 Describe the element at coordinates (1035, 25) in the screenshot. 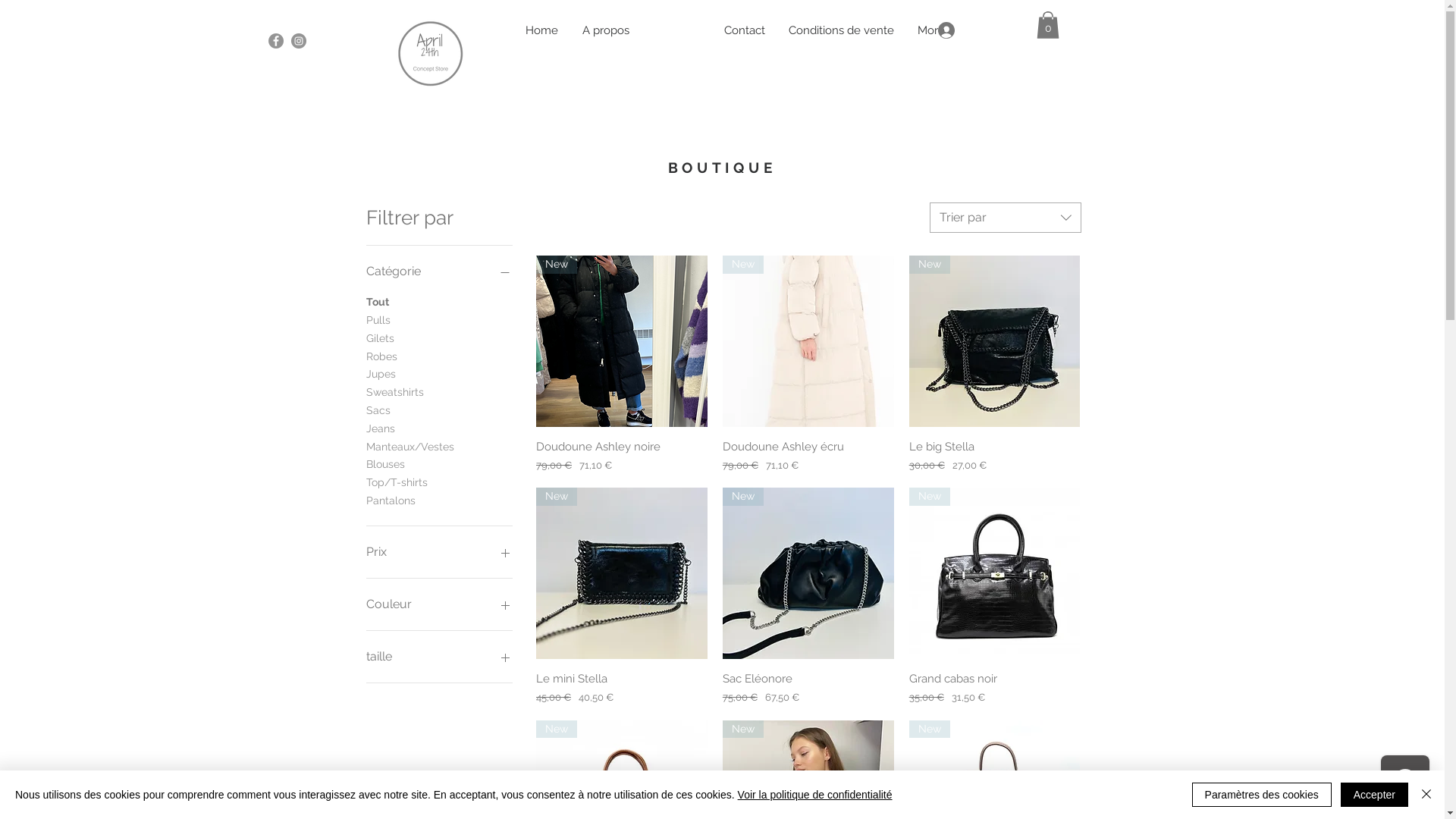

I see `'0'` at that location.